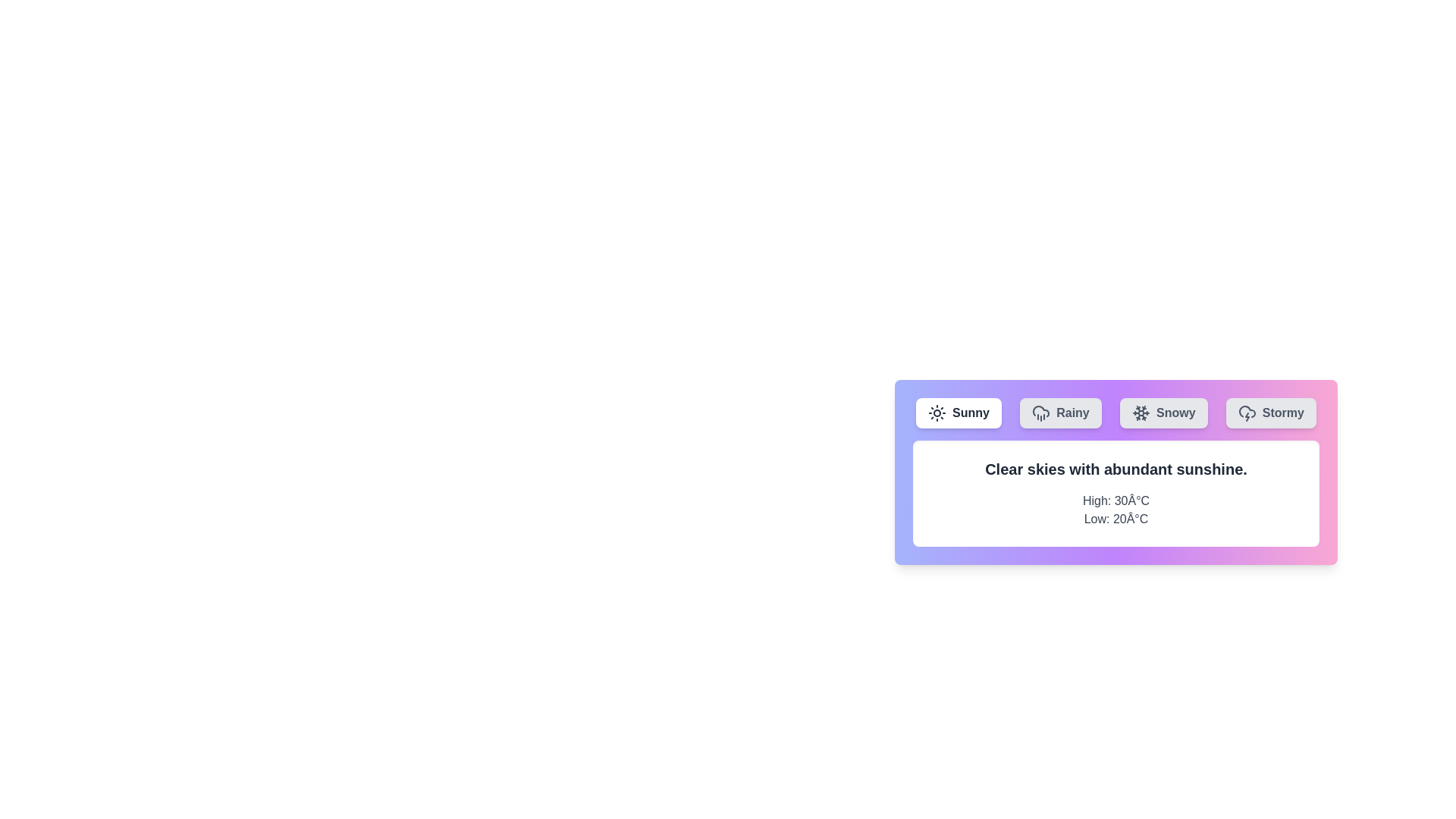 The width and height of the screenshot is (1456, 819). Describe the element at coordinates (1271, 413) in the screenshot. I see `the weather tab labeled Stormy` at that location.